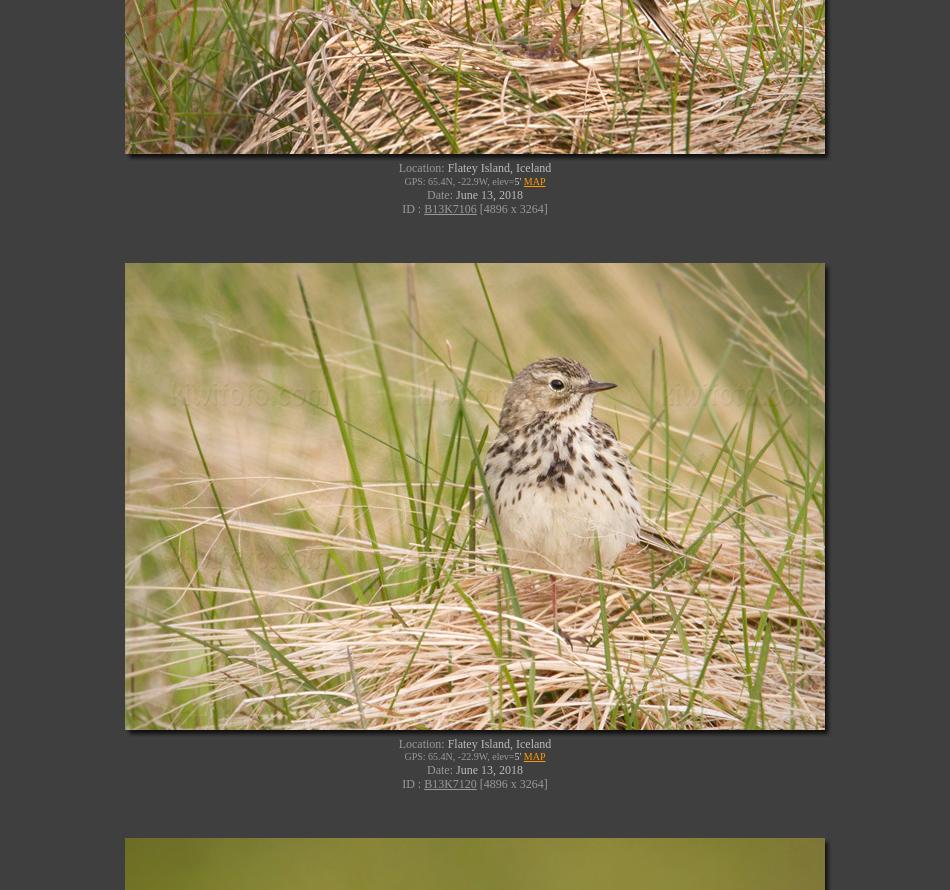 Image resolution: width=950 pixels, height=890 pixels. What do you see at coordinates (449, 208) in the screenshot?
I see `'B13K7106'` at bounding box center [449, 208].